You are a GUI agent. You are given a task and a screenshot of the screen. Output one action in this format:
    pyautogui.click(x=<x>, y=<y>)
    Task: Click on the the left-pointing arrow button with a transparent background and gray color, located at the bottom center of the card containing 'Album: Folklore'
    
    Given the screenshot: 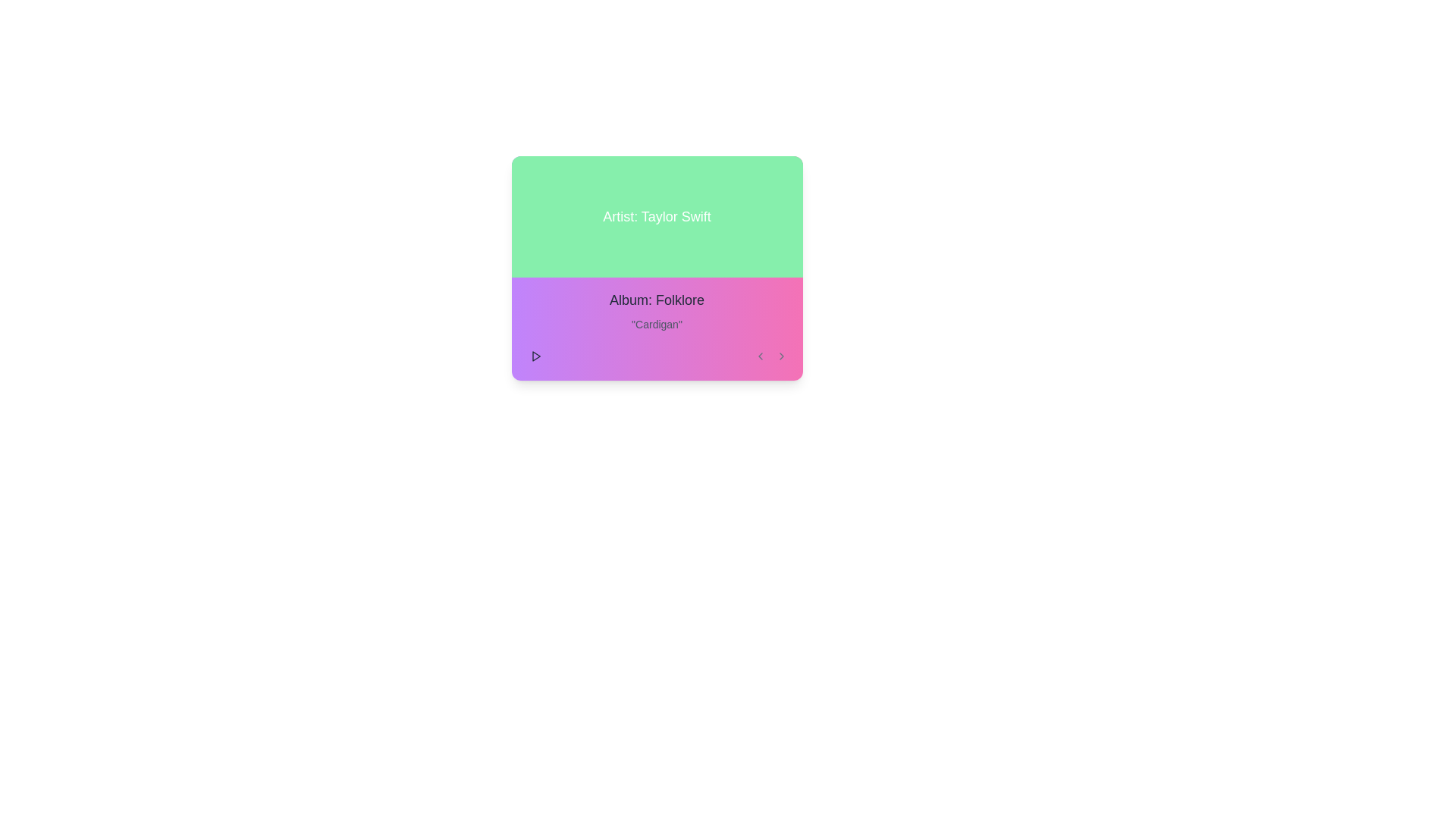 What is the action you would take?
    pyautogui.click(x=760, y=356)
    